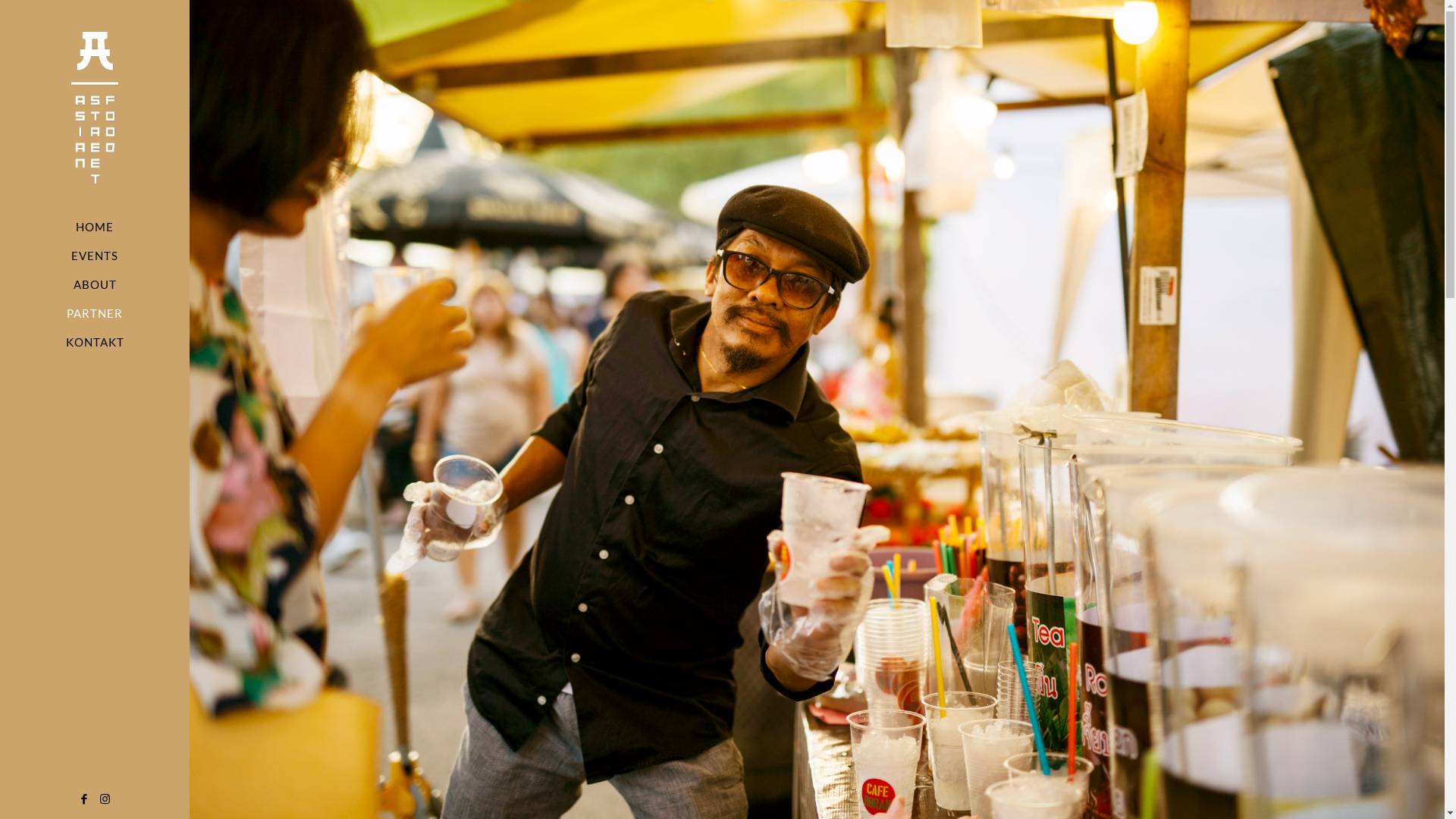  What do you see at coordinates (93, 254) in the screenshot?
I see `'EVENTS'` at bounding box center [93, 254].